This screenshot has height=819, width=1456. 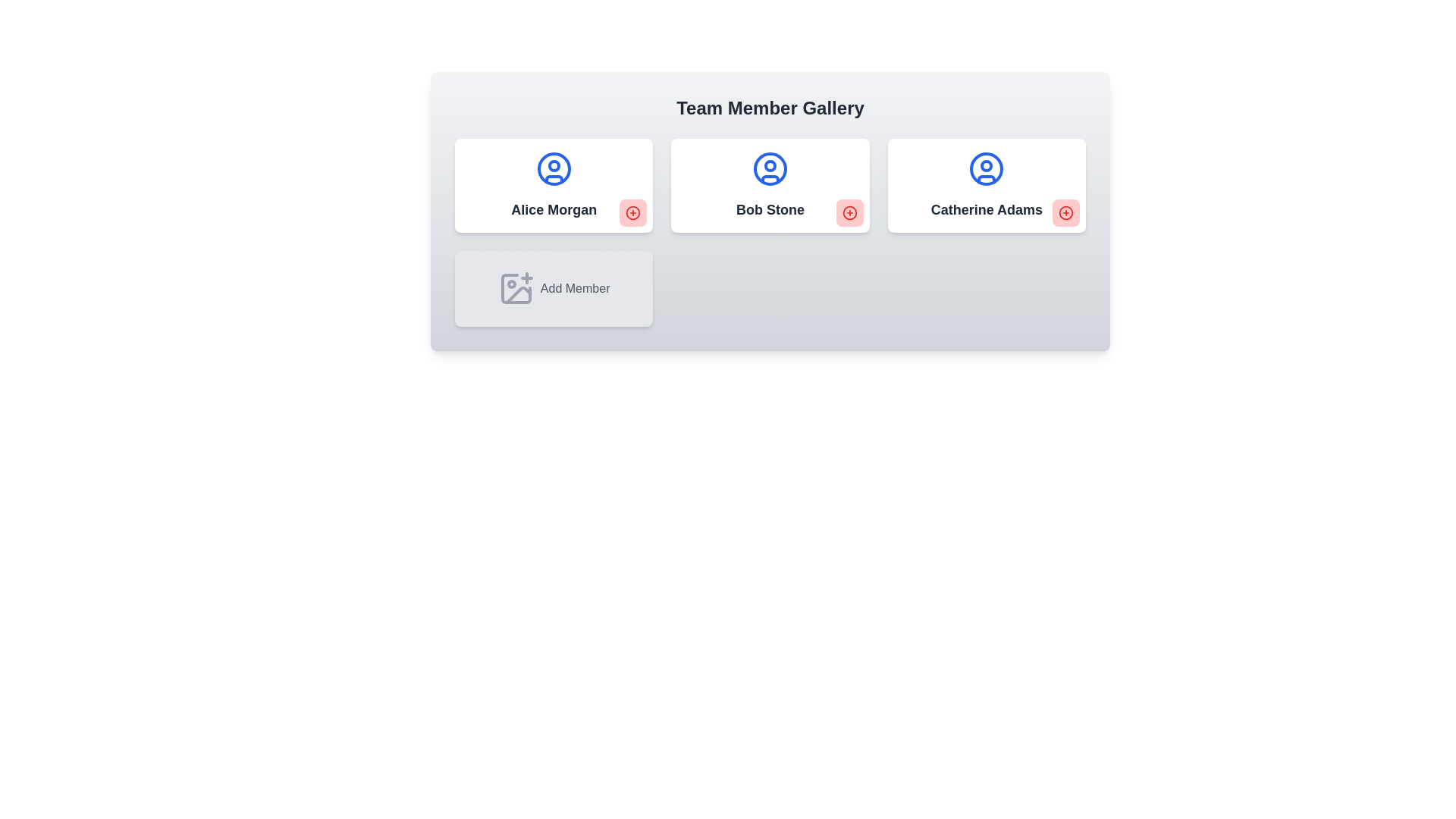 I want to click on the gray icon with a plus sign located at the top left of the 'Add Member' button, so click(x=516, y=289).